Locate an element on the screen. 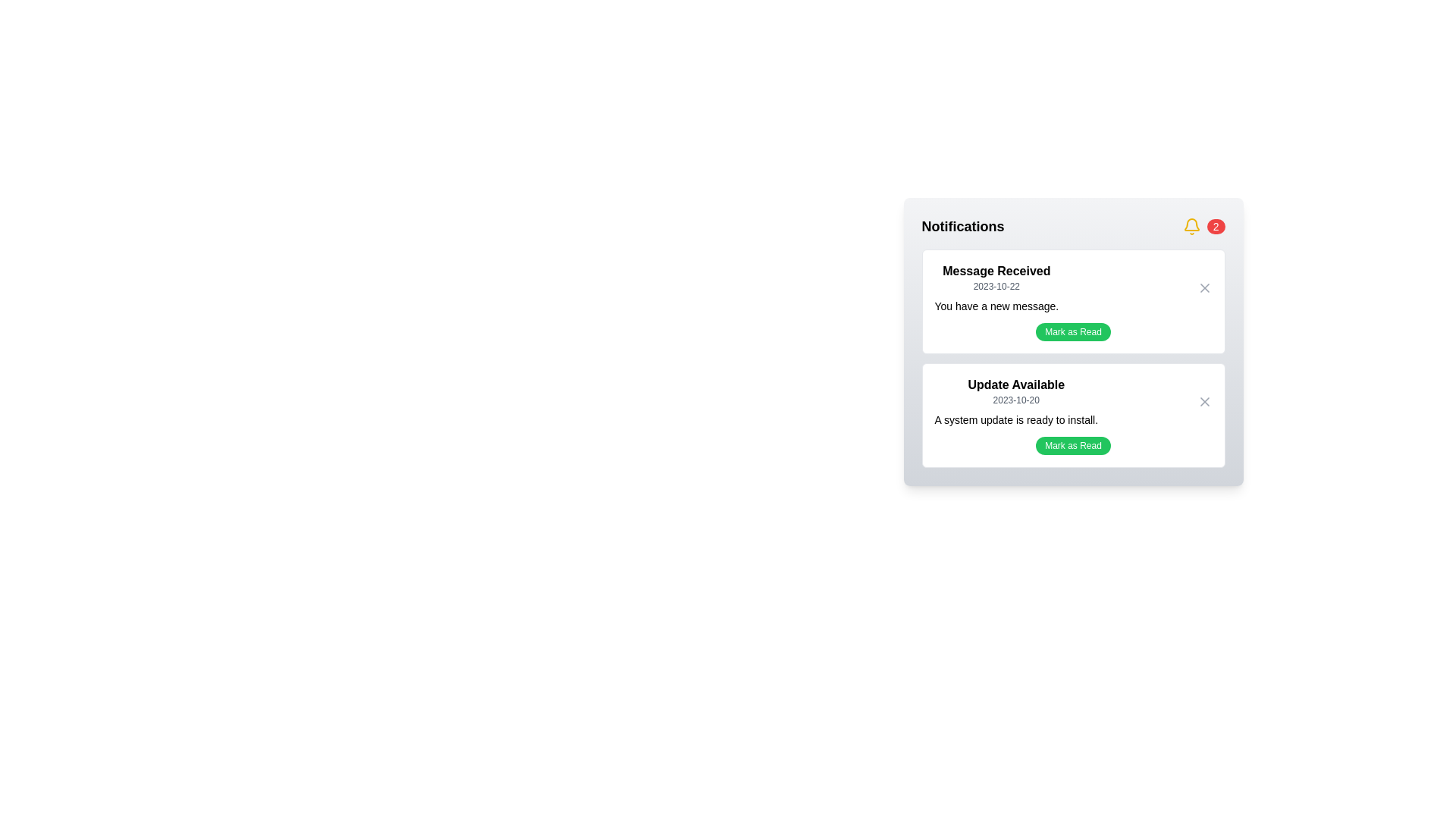 Image resolution: width=1456 pixels, height=819 pixels. text on the second notification card in the Notifications panel which states 'Update Available' and 'A system update is ready to install.' is located at coordinates (1072, 415).